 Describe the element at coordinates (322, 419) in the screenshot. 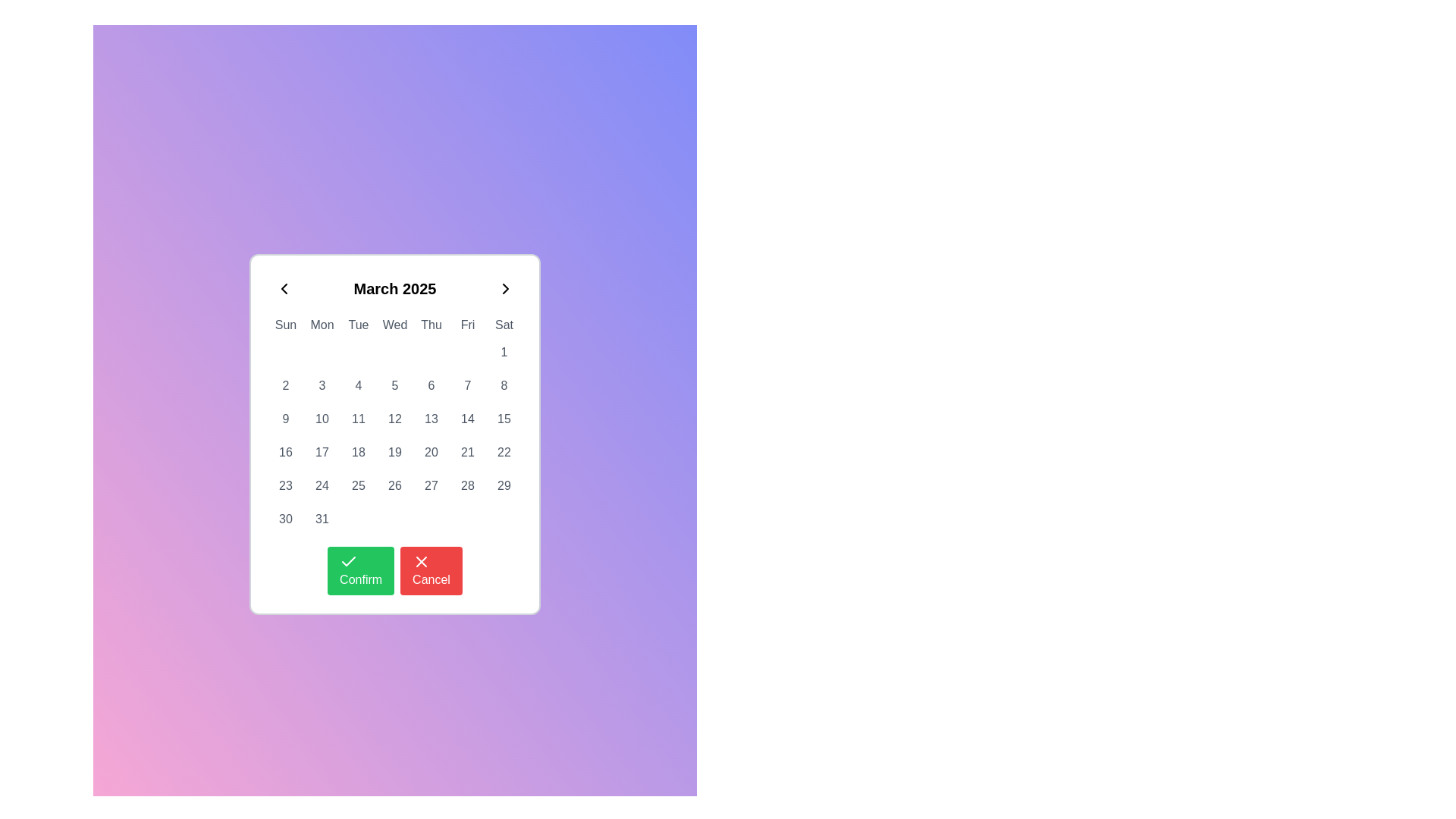

I see `the selectable date cell button for the 10th day of the displayed month, located in the second week row and second column (Monday) of the calendar view` at that location.